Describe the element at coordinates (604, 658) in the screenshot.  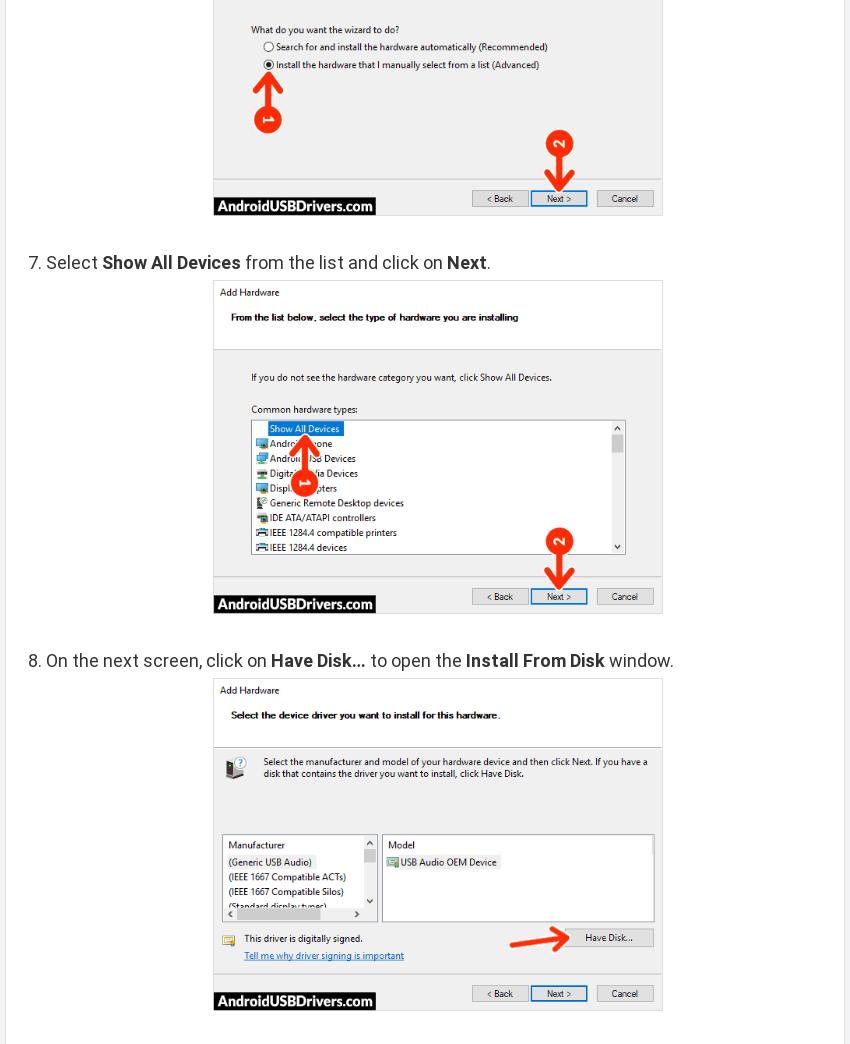
I see `'window.'` at that location.